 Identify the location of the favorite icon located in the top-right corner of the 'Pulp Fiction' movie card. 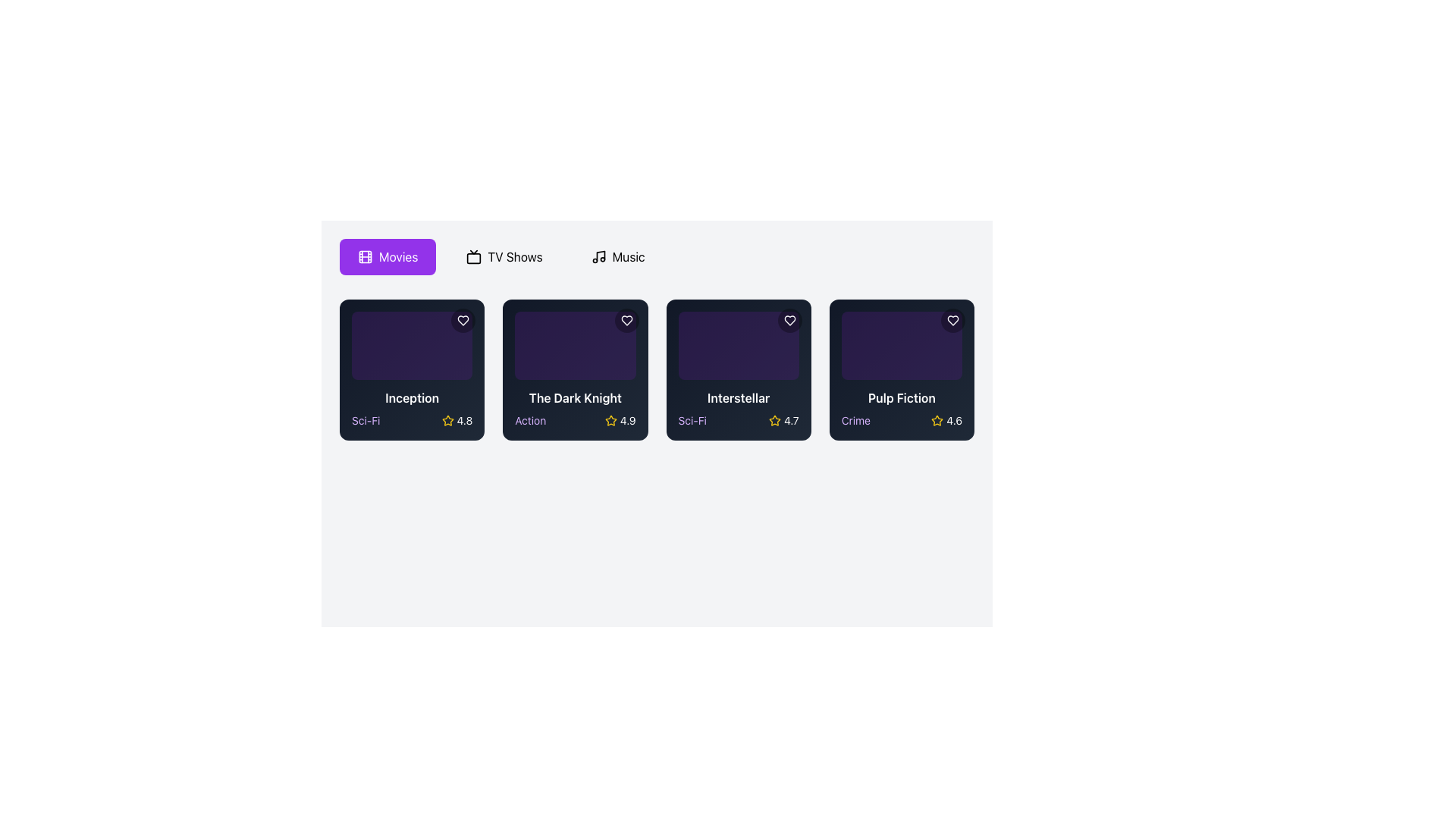
(952, 320).